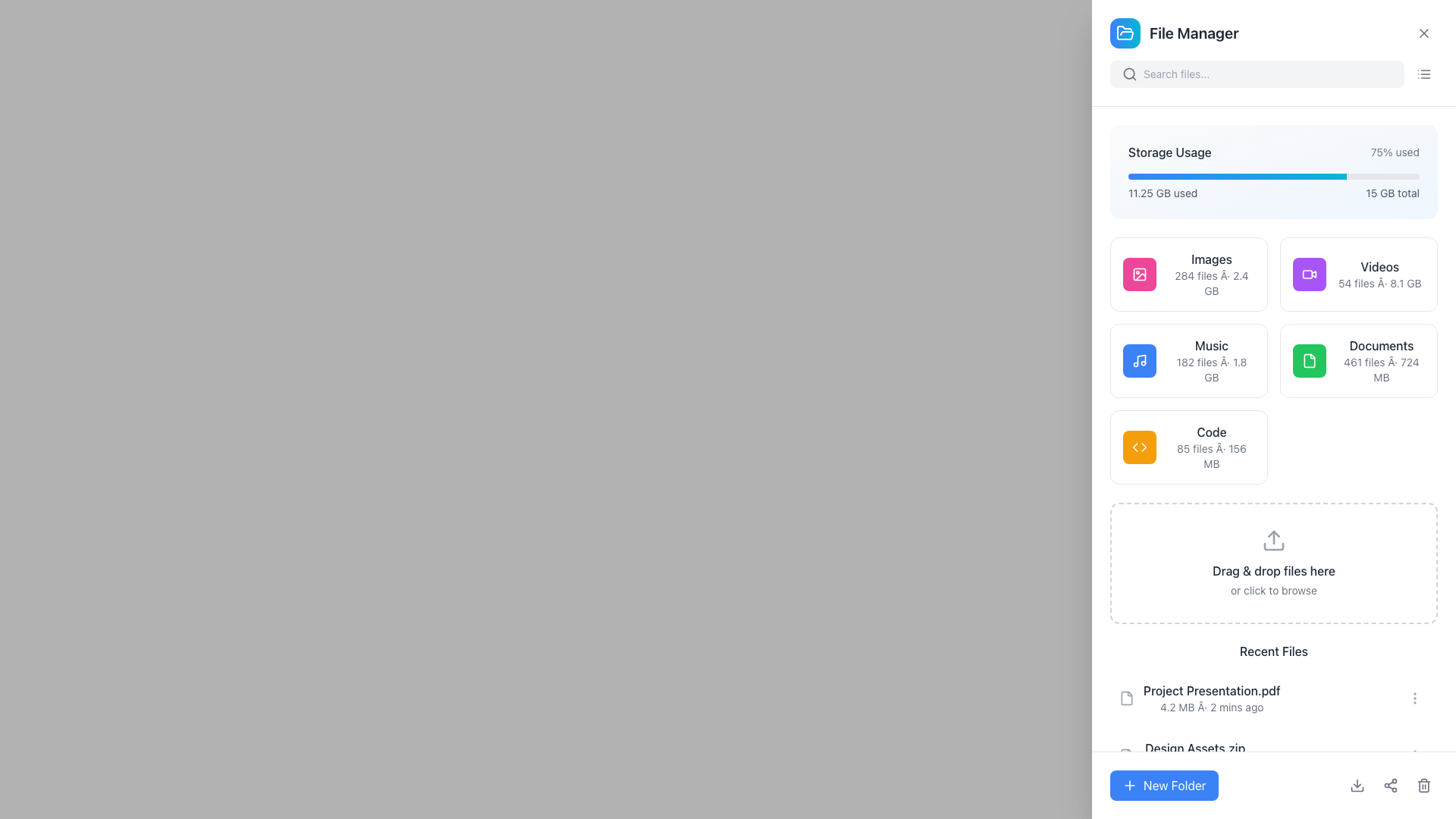 The image size is (1456, 819). What do you see at coordinates (1238, 175) in the screenshot?
I see `the progress bar segment indicating 75% of the total storage usage in the File Manager interface` at bounding box center [1238, 175].